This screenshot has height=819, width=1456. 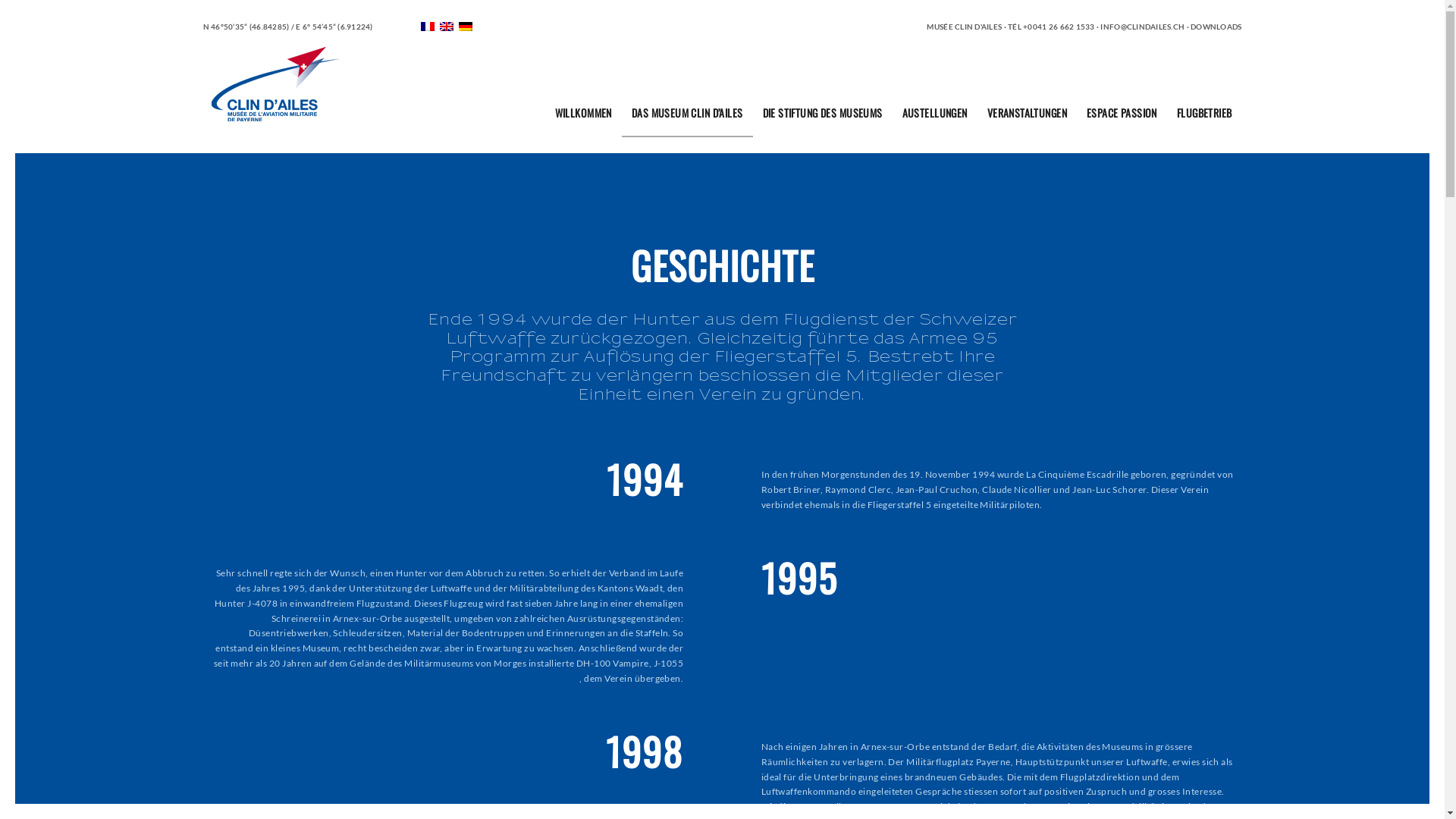 What do you see at coordinates (465, 26) in the screenshot?
I see `'DEUTSCH'` at bounding box center [465, 26].